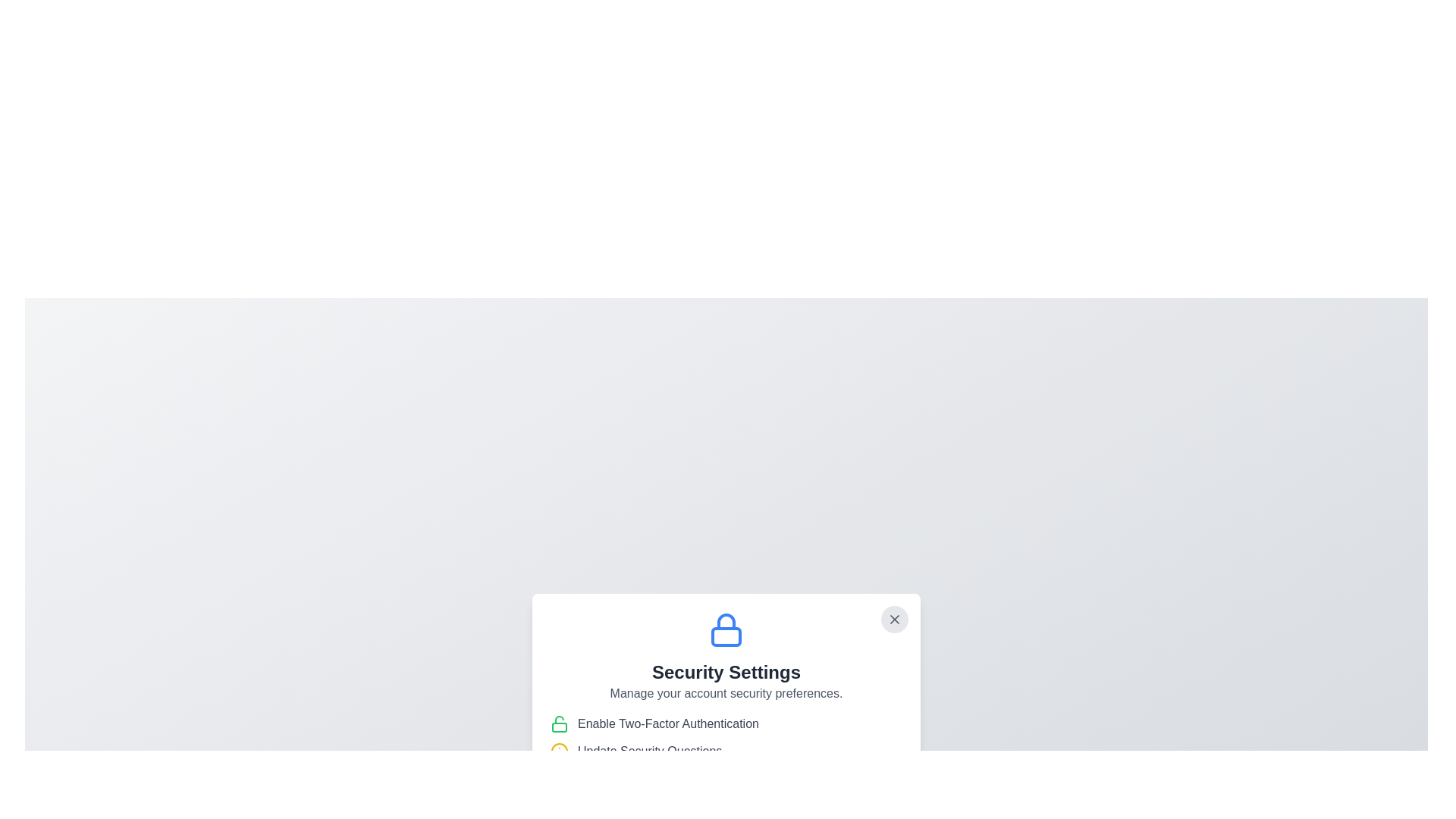 Image resolution: width=1456 pixels, height=819 pixels. I want to click on the open padlock icon representing an unlocked state, located to the left of 'Enable Two-Factor Authentication' in the security settings panel, so click(559, 723).